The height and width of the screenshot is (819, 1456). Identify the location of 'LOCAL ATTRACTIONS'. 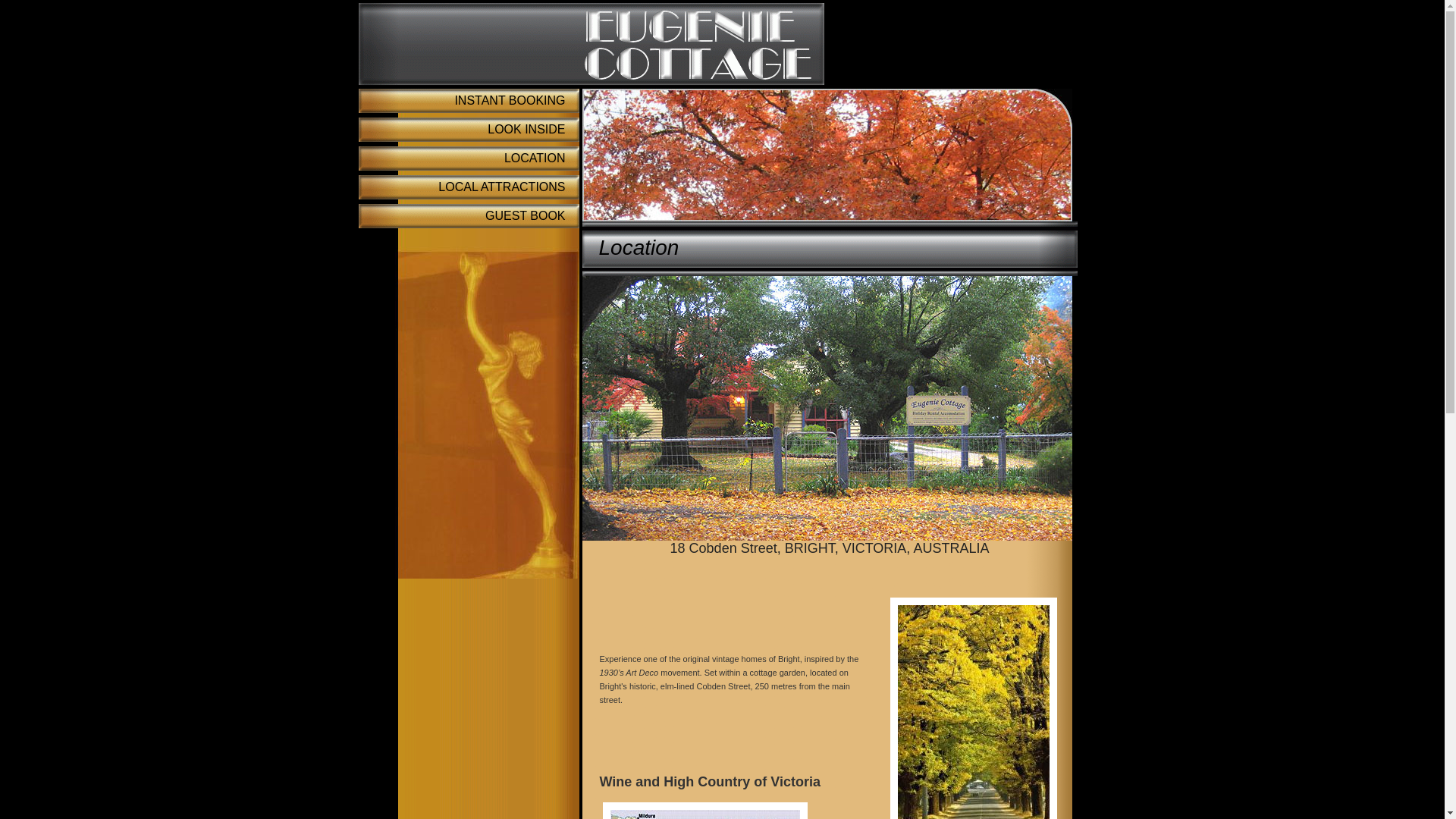
(356, 186).